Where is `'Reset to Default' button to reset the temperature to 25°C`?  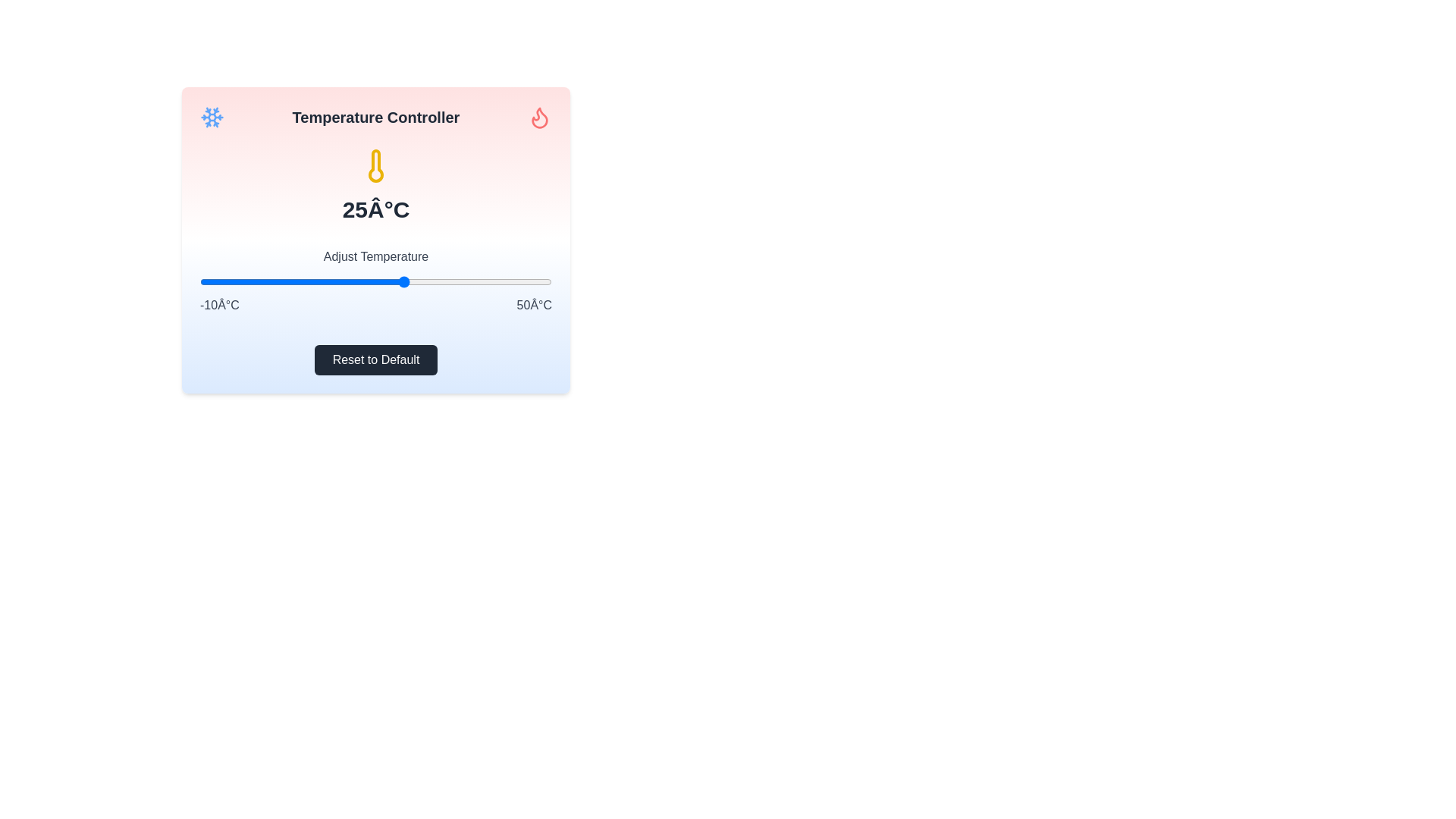
'Reset to Default' button to reset the temperature to 25°C is located at coordinates (375, 359).